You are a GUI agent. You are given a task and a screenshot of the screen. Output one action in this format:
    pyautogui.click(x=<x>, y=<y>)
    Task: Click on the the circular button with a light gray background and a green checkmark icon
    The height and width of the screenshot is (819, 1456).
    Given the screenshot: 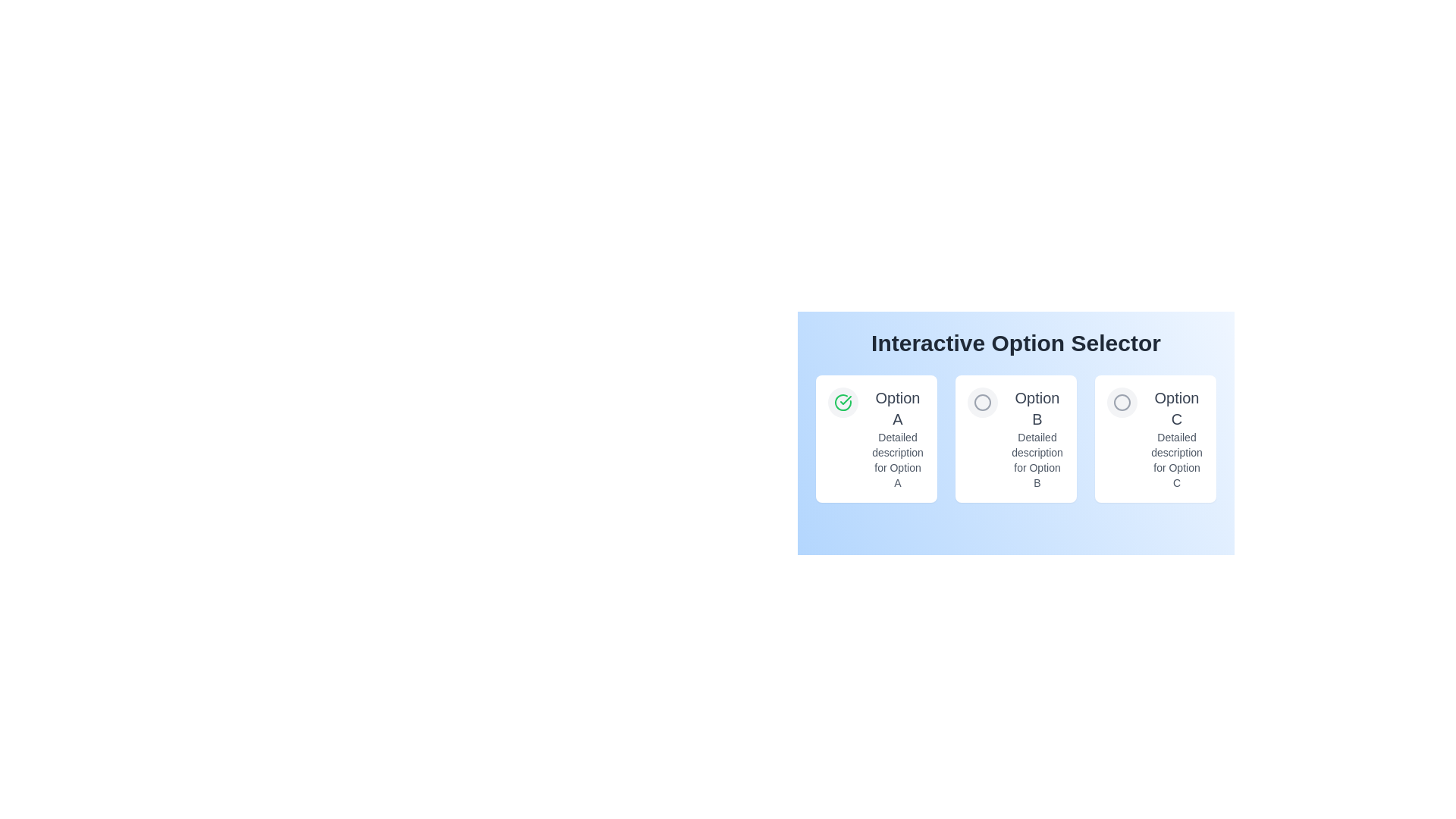 What is the action you would take?
    pyautogui.click(x=843, y=402)
    